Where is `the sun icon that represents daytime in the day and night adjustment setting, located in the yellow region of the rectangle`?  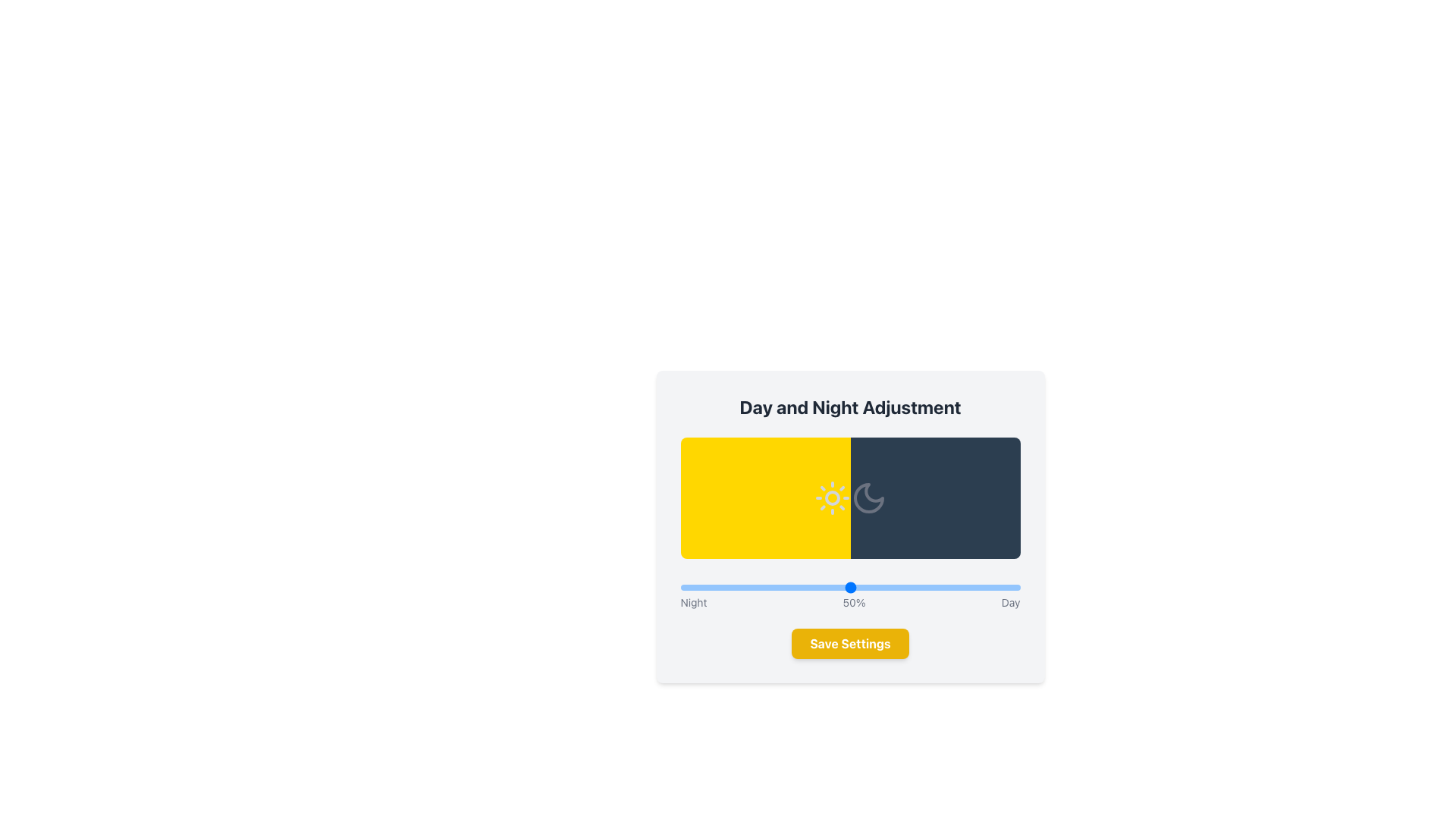
the sun icon that represents daytime in the day and night adjustment setting, located in the yellow region of the rectangle is located at coordinates (831, 497).